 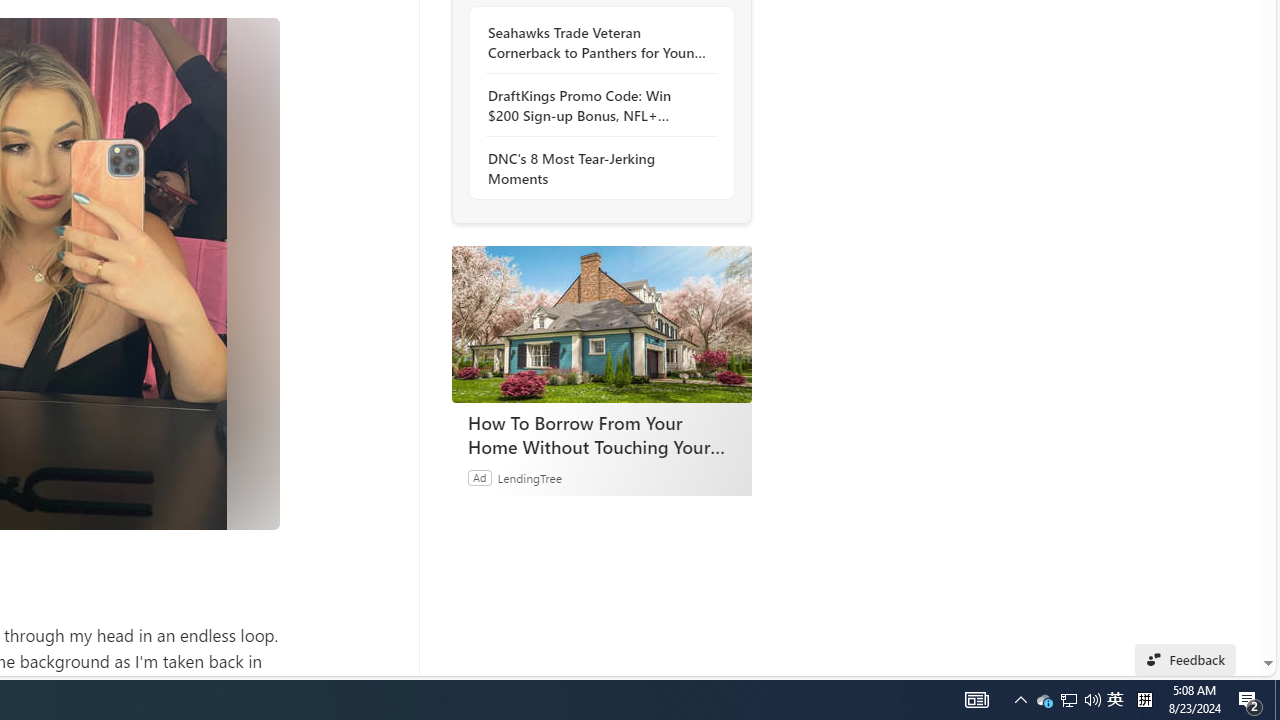 What do you see at coordinates (595, 167) in the screenshot?
I see `'DNC'` at bounding box center [595, 167].